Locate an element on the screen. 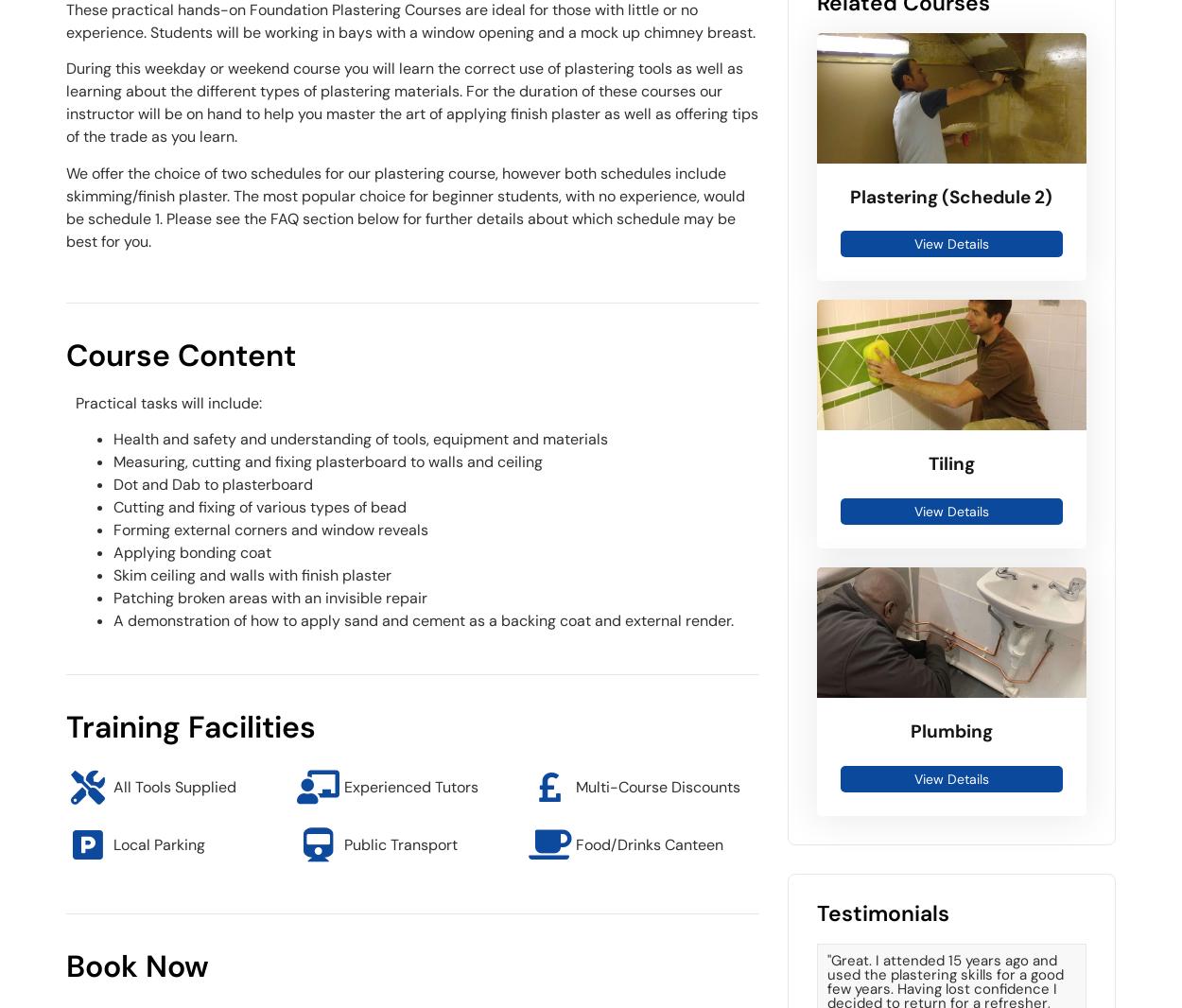 This screenshot has height=1008, width=1182. 'Health and safety and understanding of tools, equipment and materials' is located at coordinates (360, 439).